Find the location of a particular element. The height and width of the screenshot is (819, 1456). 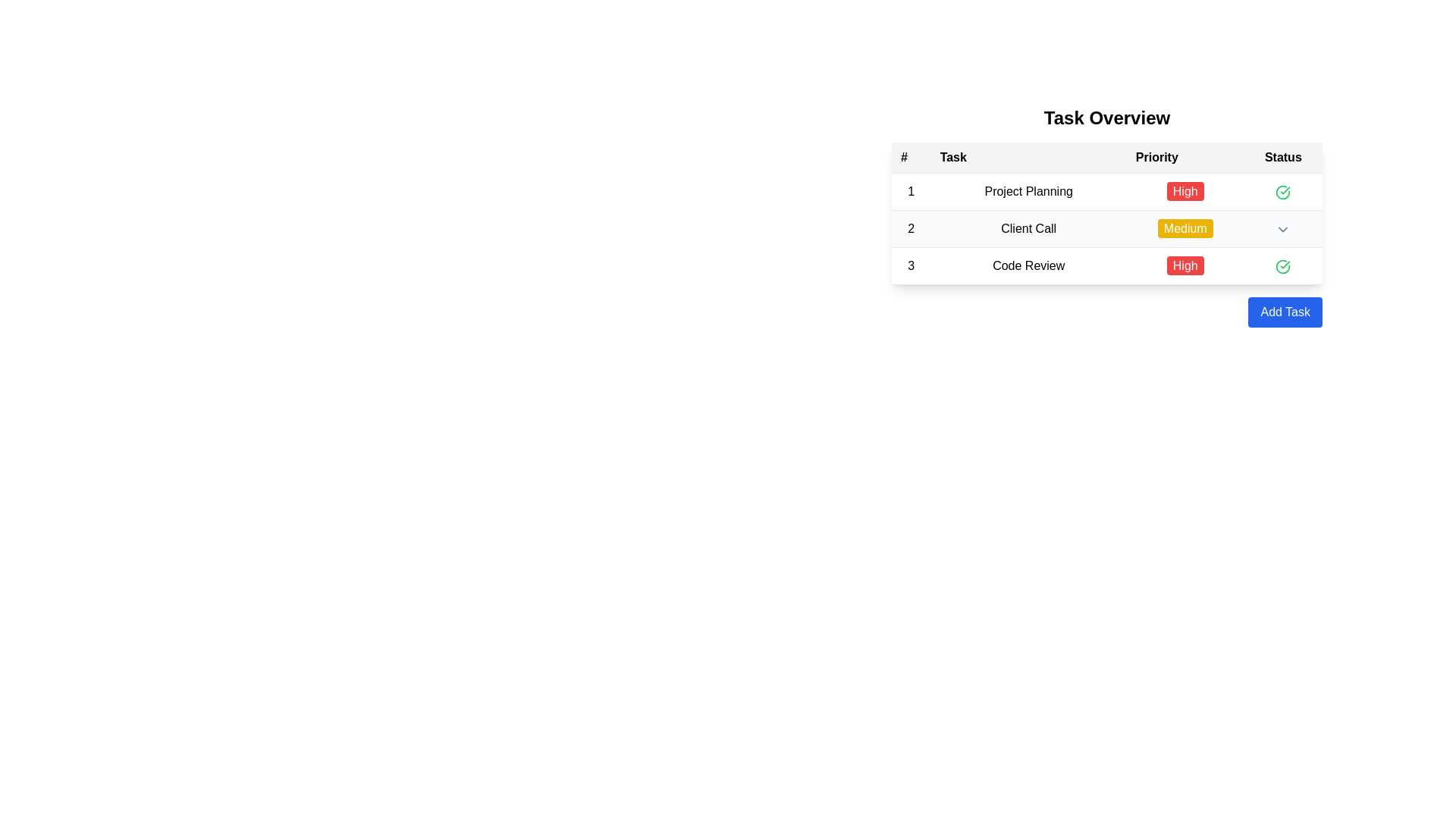

the Dropdown toggle icon in the 'Status' column associated with the 'Client Call' row is located at coordinates (1282, 229).